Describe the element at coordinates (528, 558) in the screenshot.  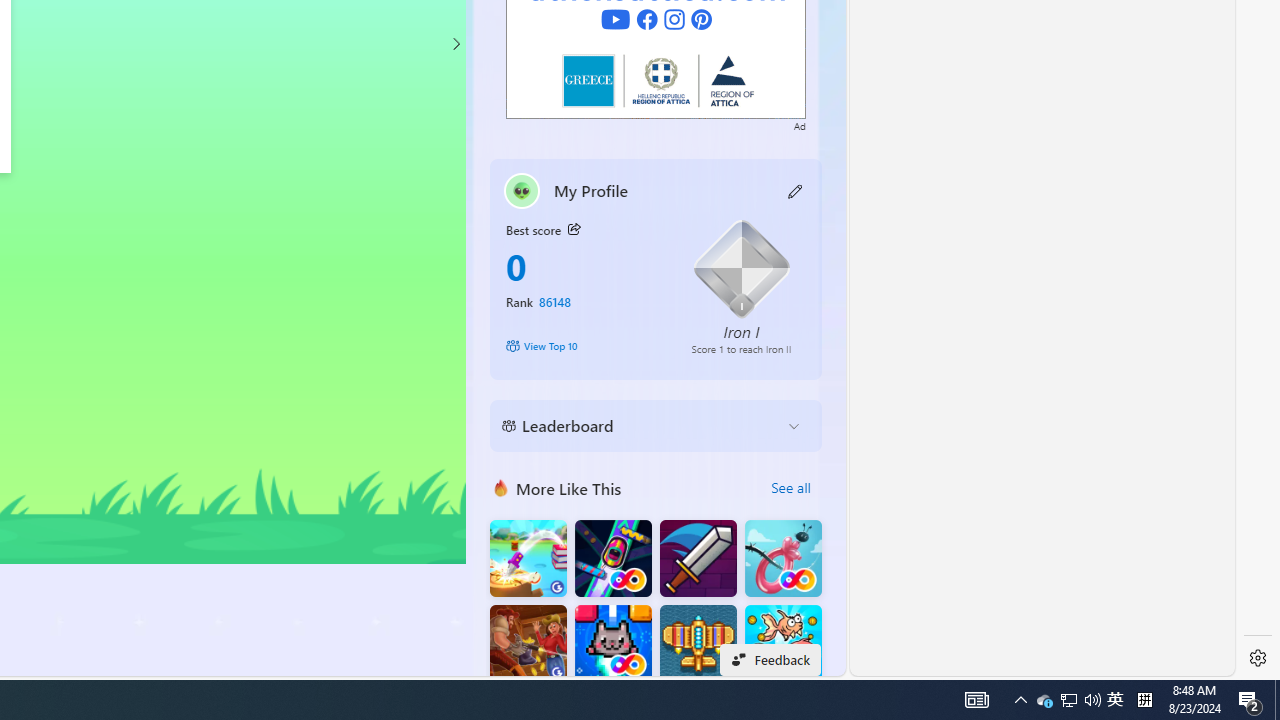
I see `'Knife Flip'` at that location.